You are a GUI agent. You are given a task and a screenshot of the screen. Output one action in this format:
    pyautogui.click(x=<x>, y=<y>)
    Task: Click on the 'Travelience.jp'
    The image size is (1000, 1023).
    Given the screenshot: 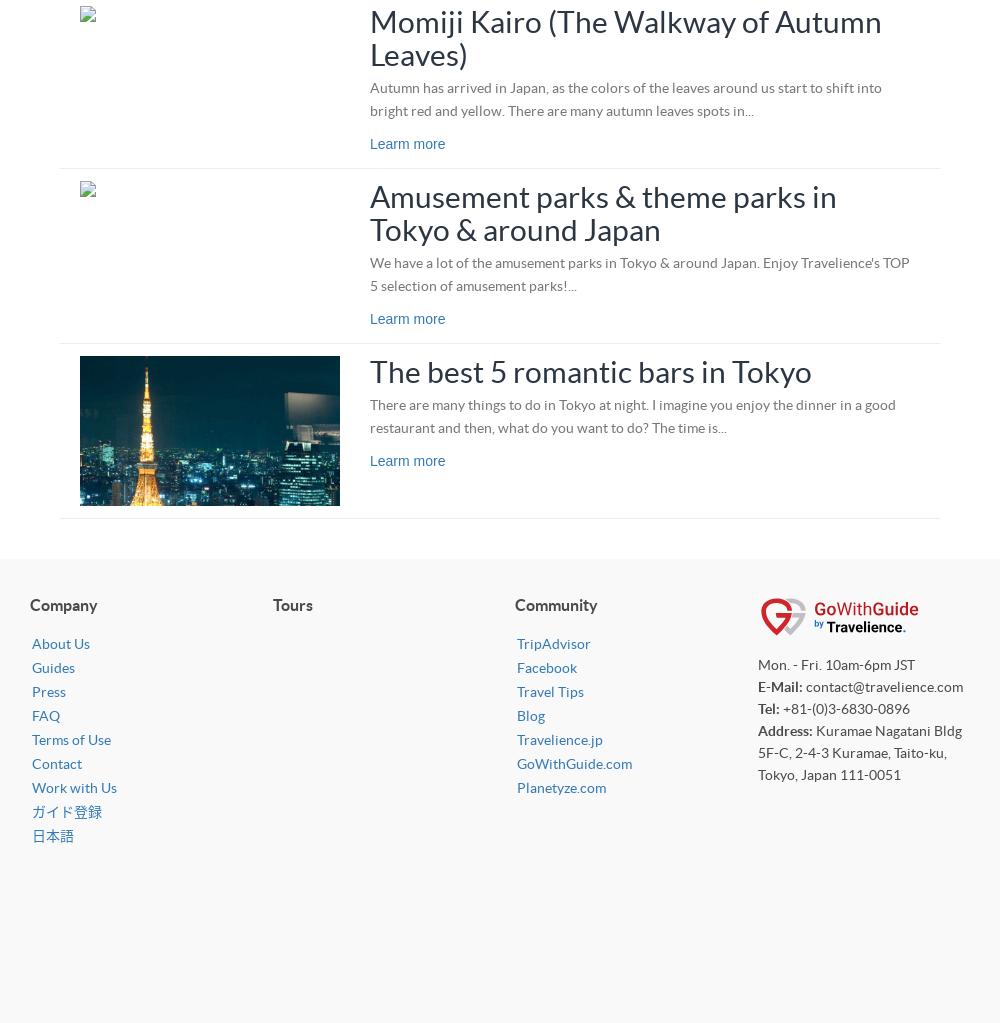 What is the action you would take?
    pyautogui.click(x=517, y=739)
    